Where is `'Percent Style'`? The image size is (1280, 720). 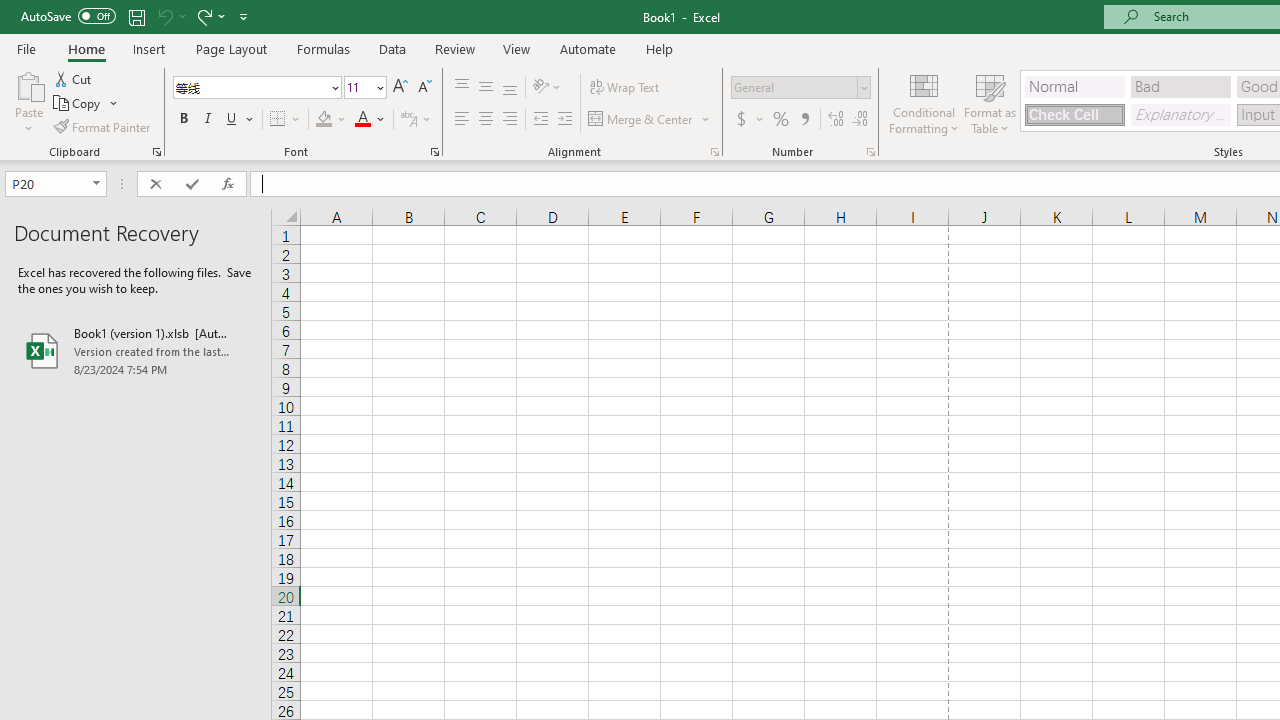 'Percent Style' is located at coordinates (780, 119).